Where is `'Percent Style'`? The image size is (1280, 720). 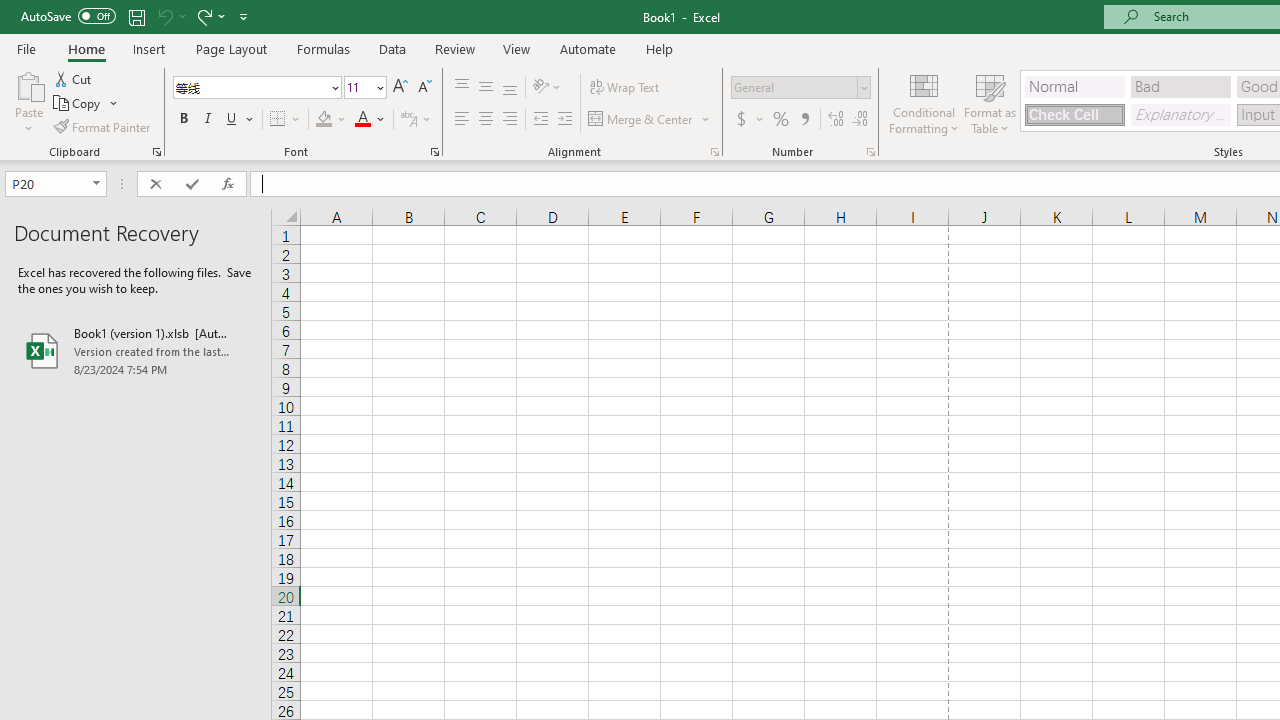 'Percent Style' is located at coordinates (780, 119).